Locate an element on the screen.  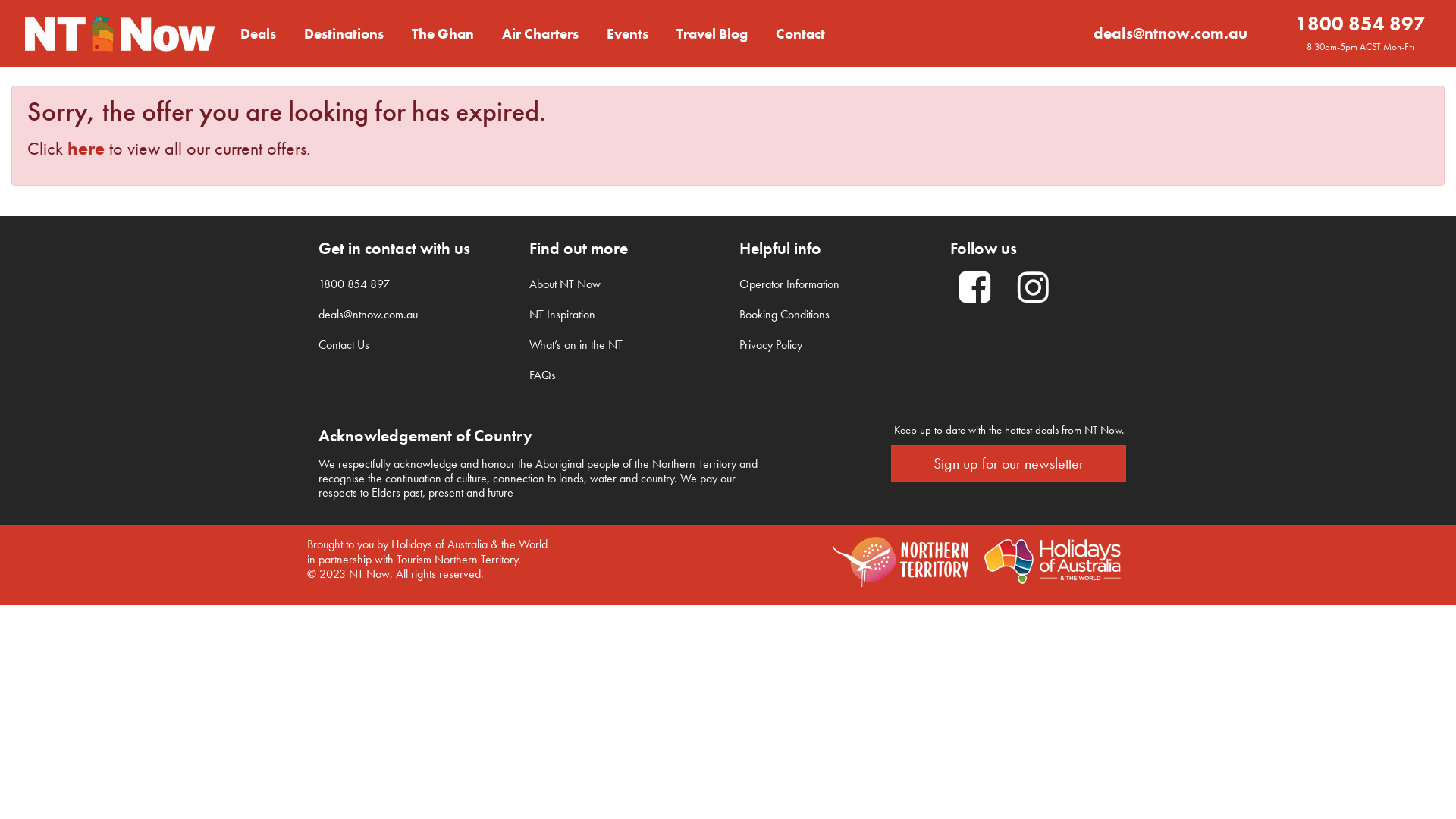
'Booking Conditions' is located at coordinates (784, 313).